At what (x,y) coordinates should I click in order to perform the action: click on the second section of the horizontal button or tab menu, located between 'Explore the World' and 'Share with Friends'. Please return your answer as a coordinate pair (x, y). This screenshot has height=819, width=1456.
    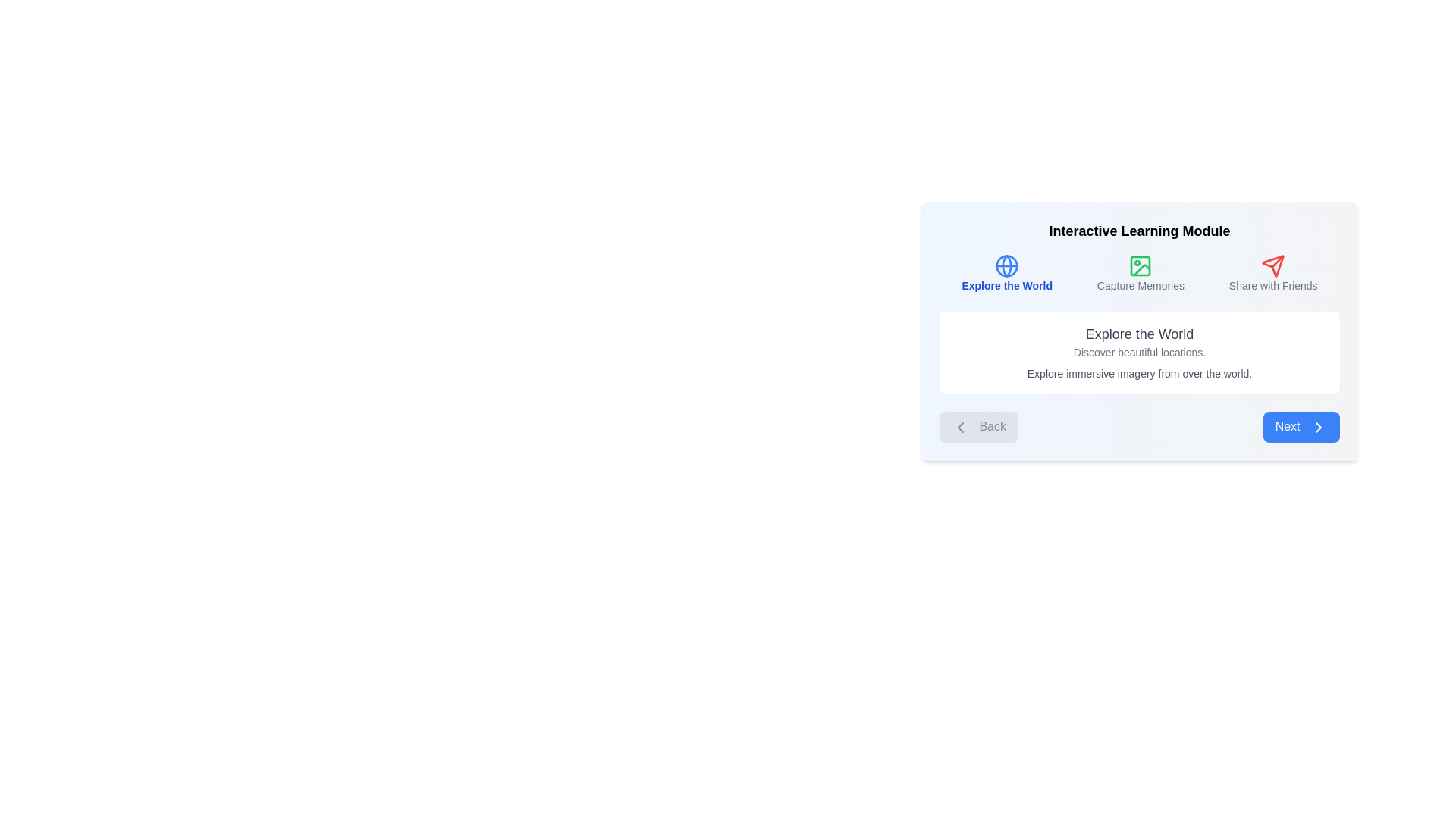
    Looking at the image, I should click on (1139, 274).